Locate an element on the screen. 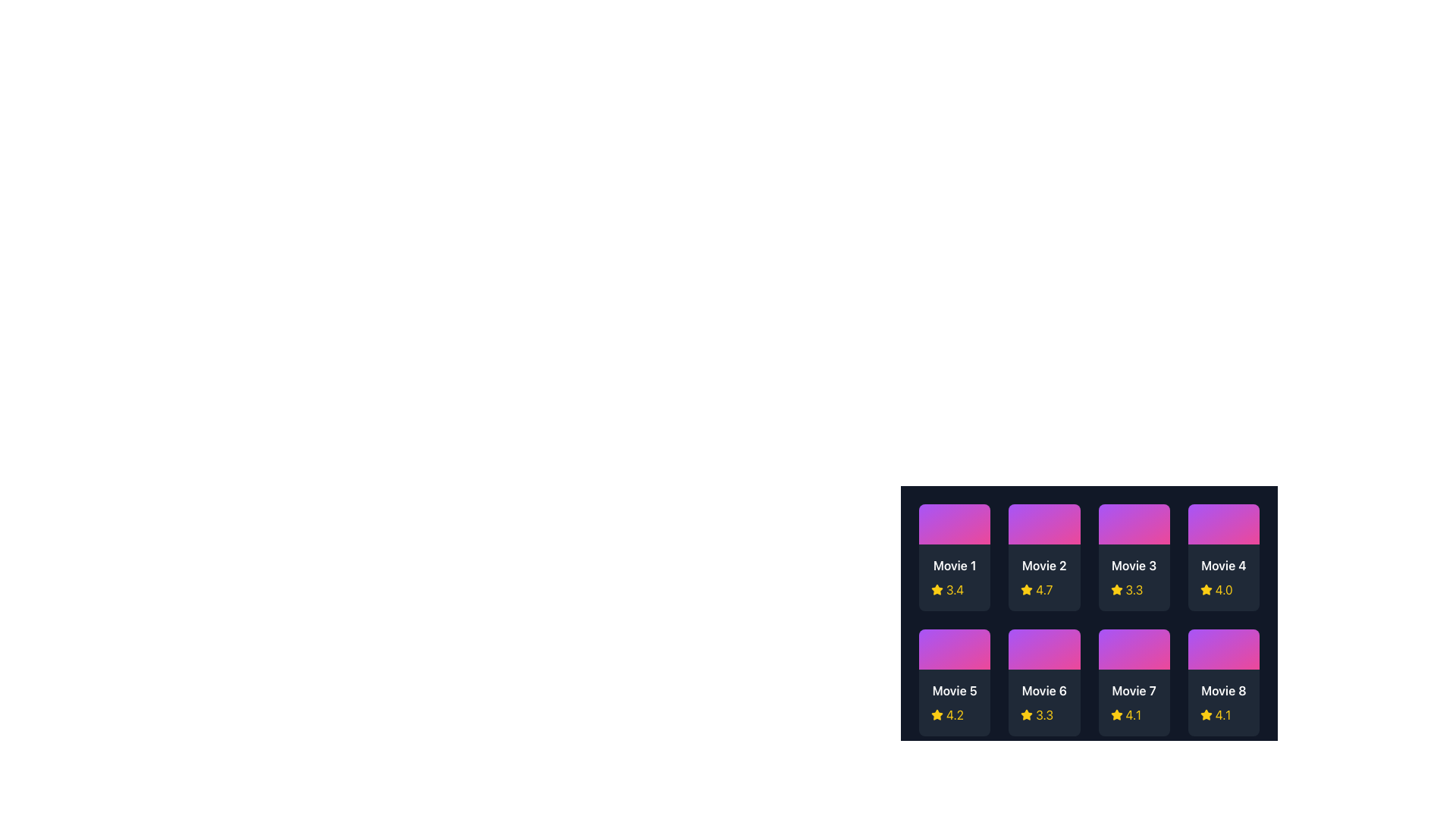 The image size is (1456, 819). displayed rating value from the text label located under 'Movie 1', to the right of the yellow star icon is located at coordinates (954, 589).